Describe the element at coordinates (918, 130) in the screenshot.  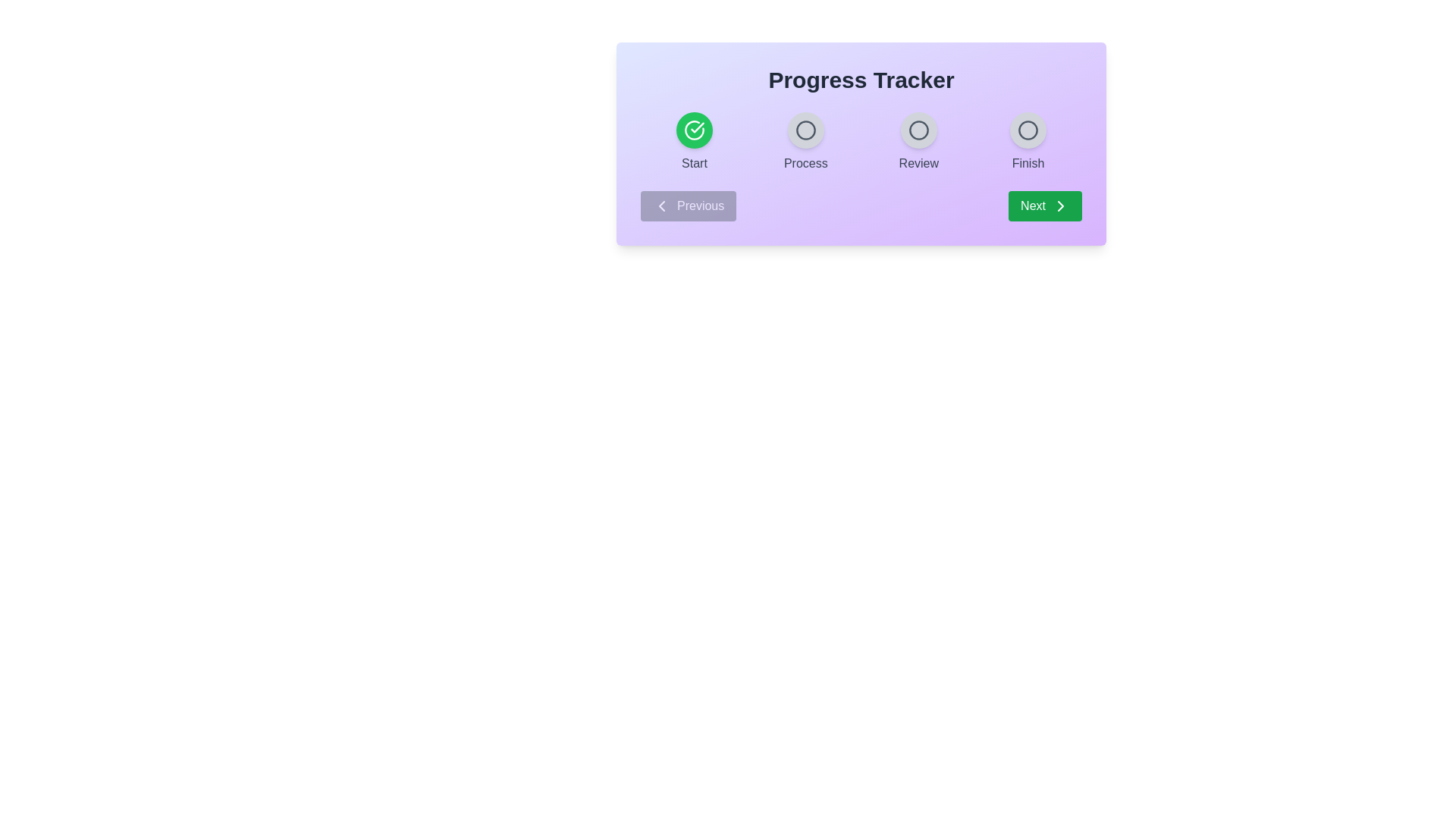
I see `the small circular shape in the 'Review' section of the progression tracker to interact with it` at that location.